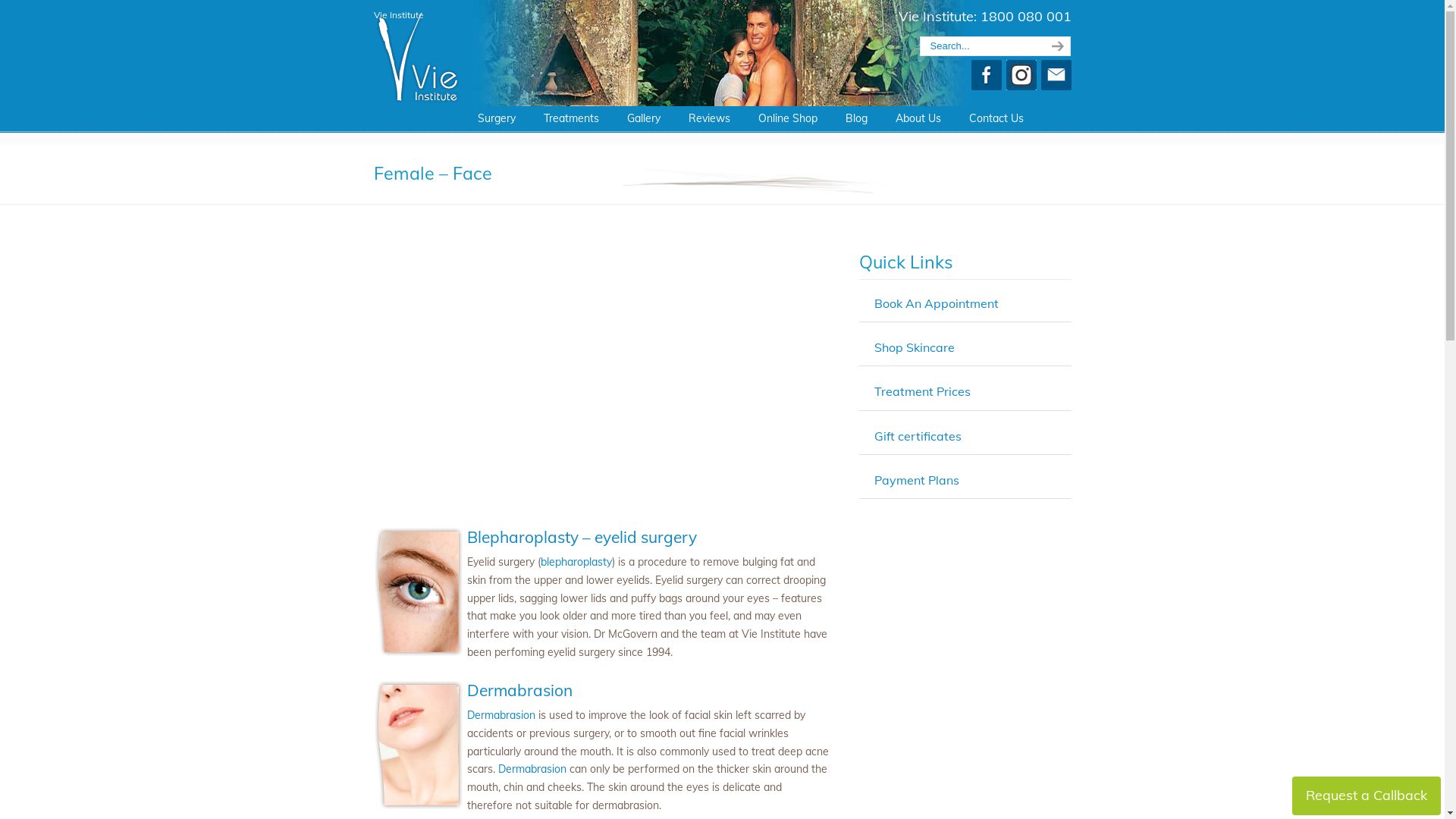  I want to click on 'Instagram', so click(1020, 86).